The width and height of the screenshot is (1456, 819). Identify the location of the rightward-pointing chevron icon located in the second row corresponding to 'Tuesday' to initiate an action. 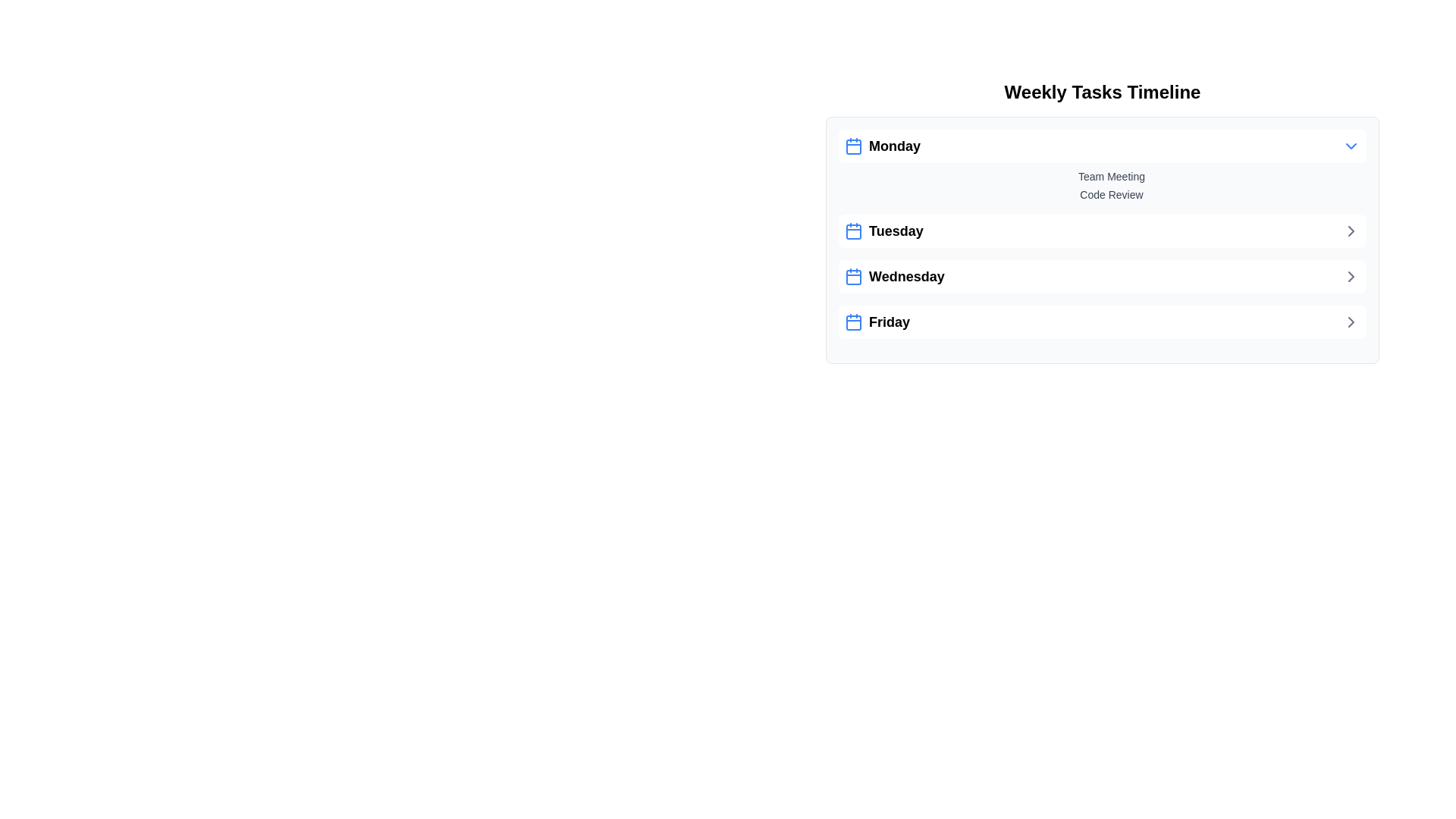
(1351, 231).